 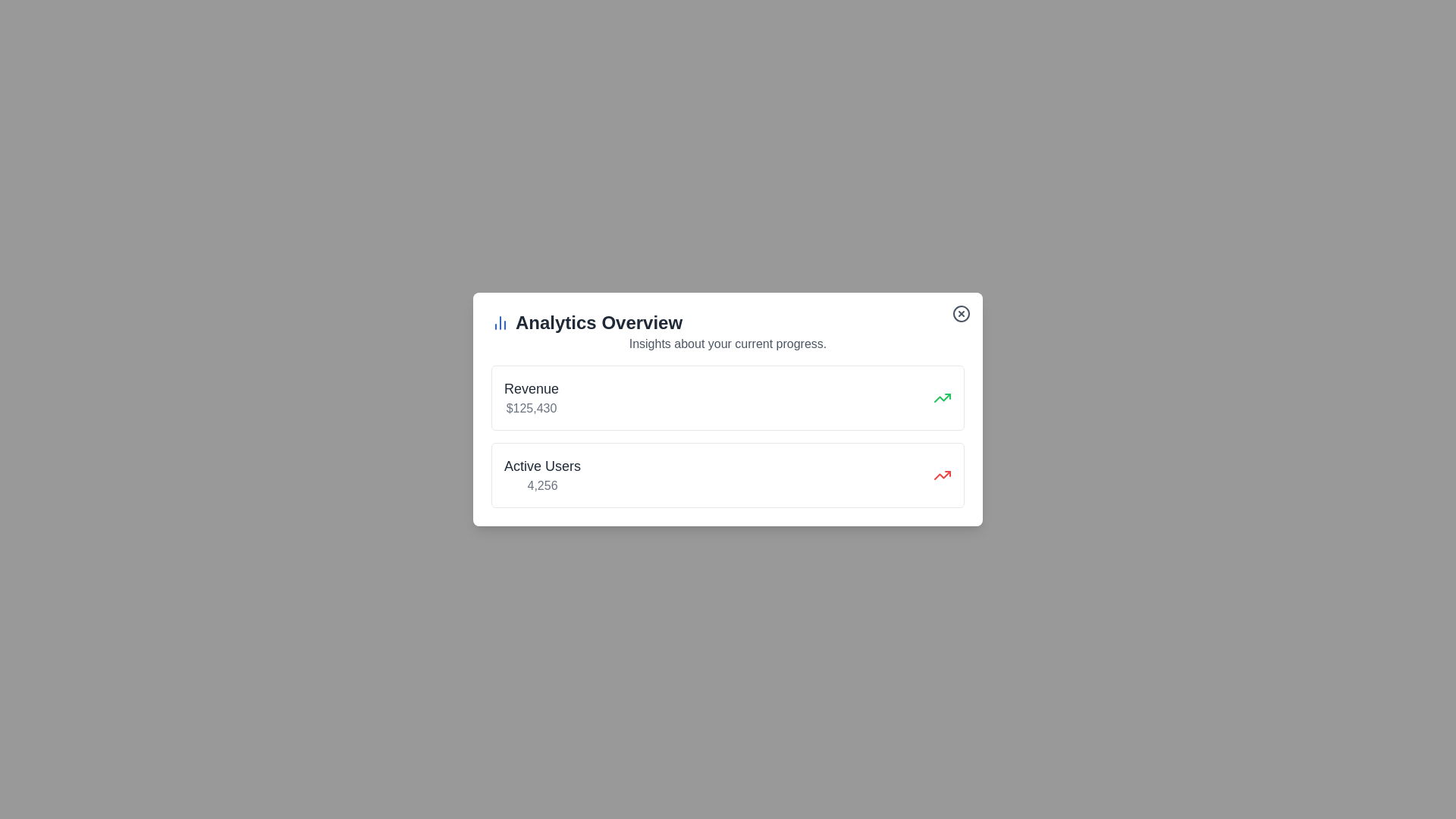 What do you see at coordinates (942, 475) in the screenshot?
I see `the Graphic icon component that indicates a negative trend in the 'Active Users' metric, located towards the bottom-right of the main interface within the card layout` at bounding box center [942, 475].